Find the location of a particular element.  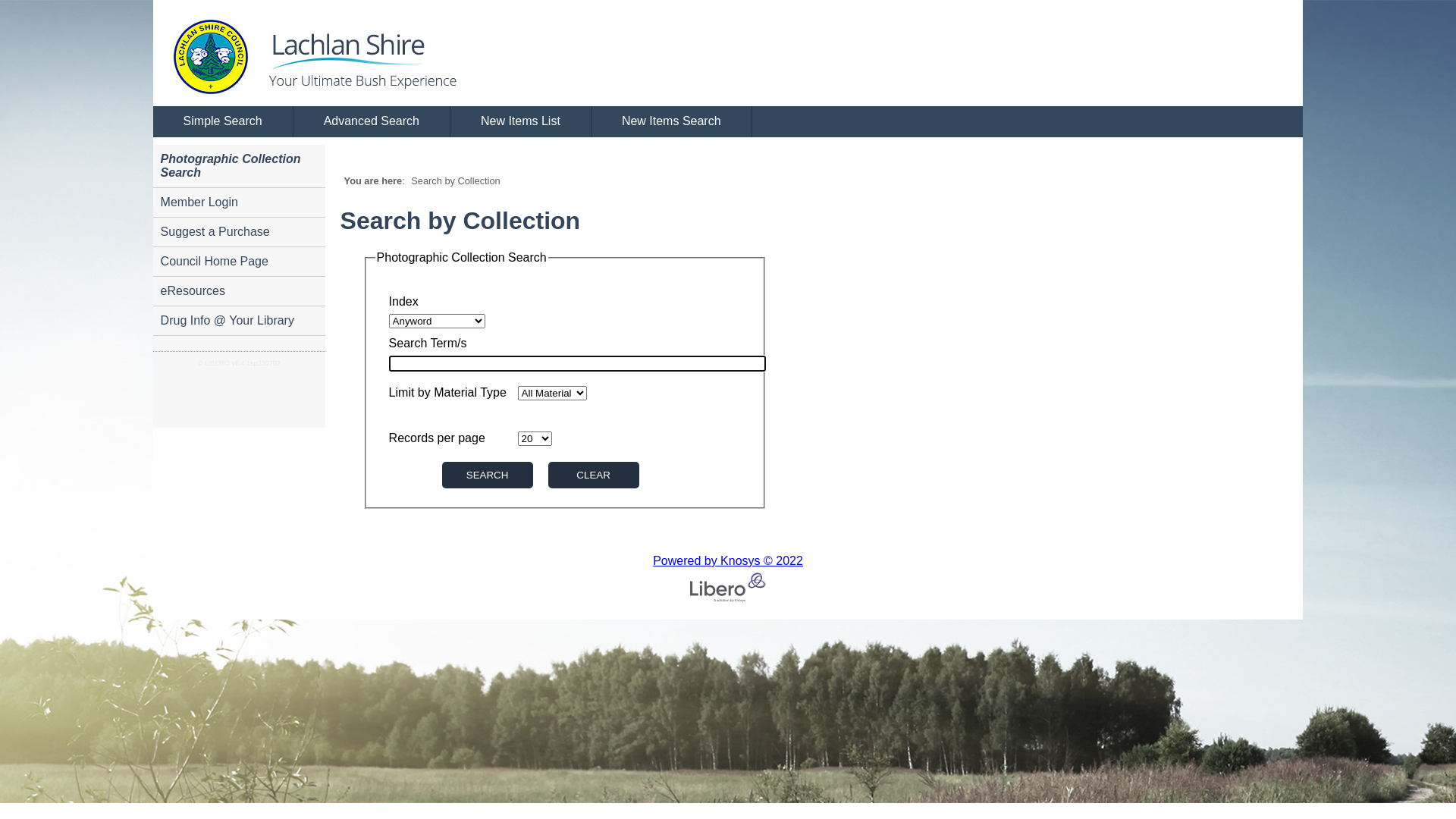

'New Items List' is located at coordinates (520, 121).